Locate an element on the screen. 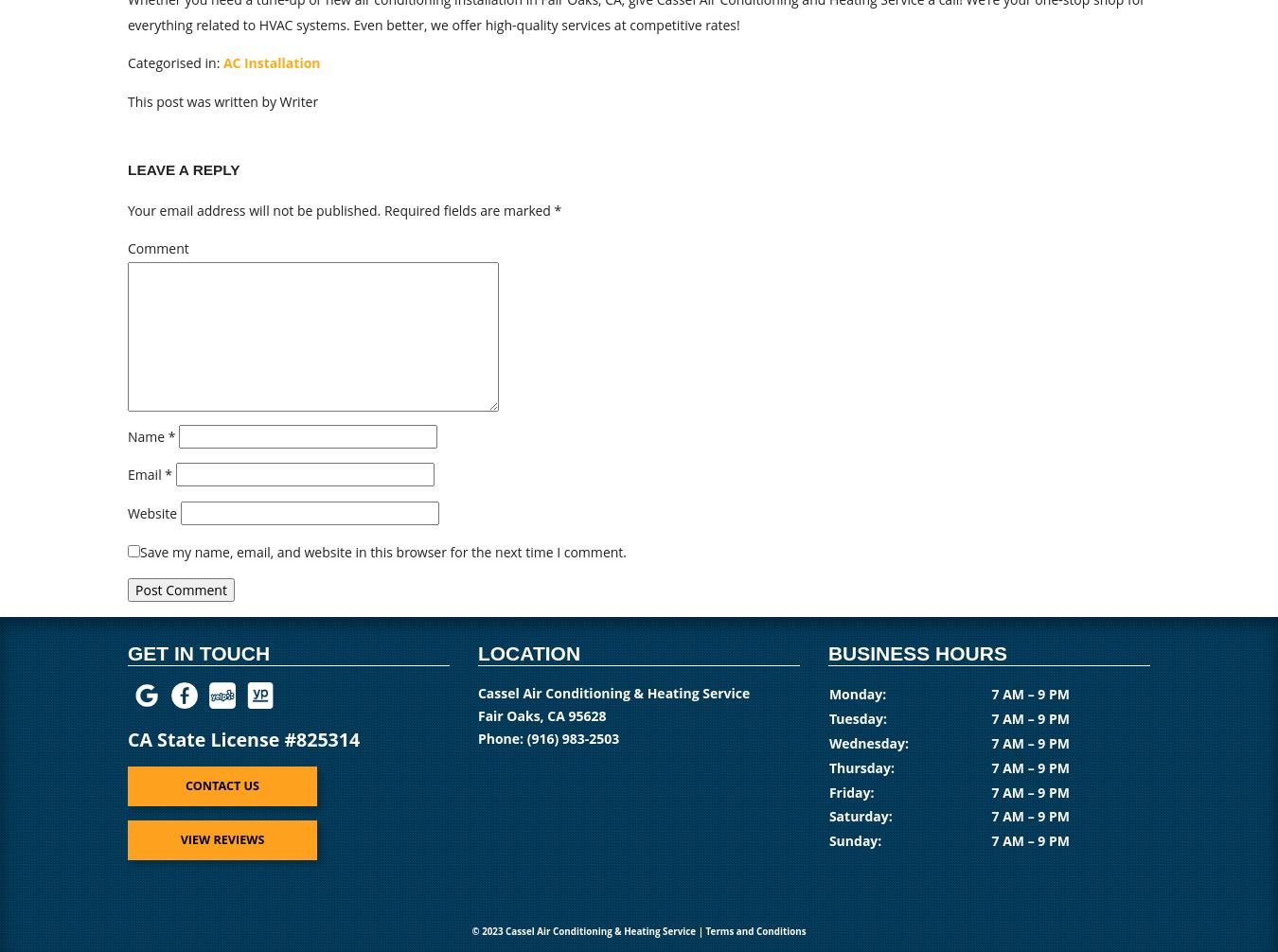 The image size is (1278, 952). 'Phone:' is located at coordinates (501, 736).